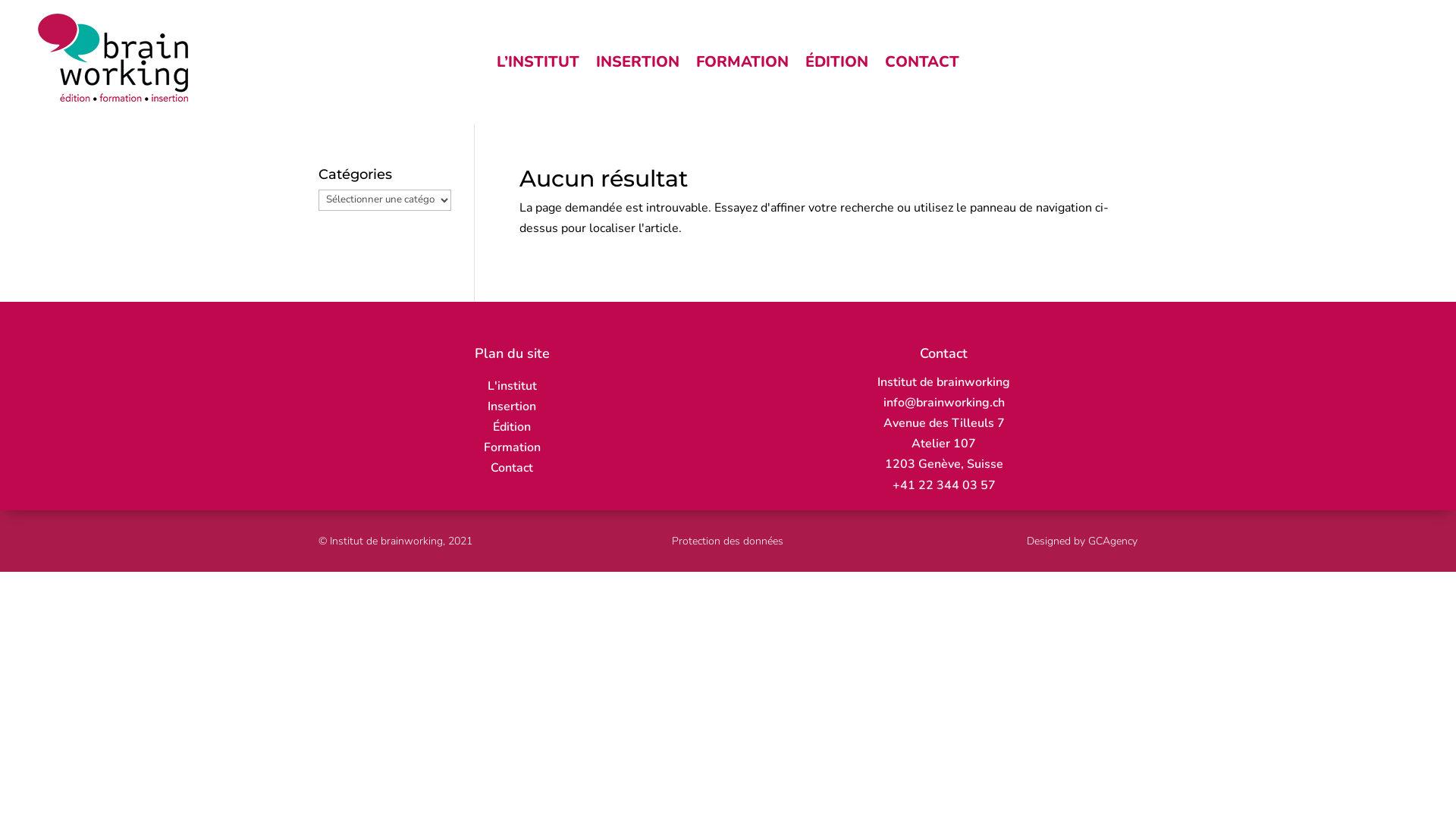  I want to click on 'Formation', so click(512, 447).